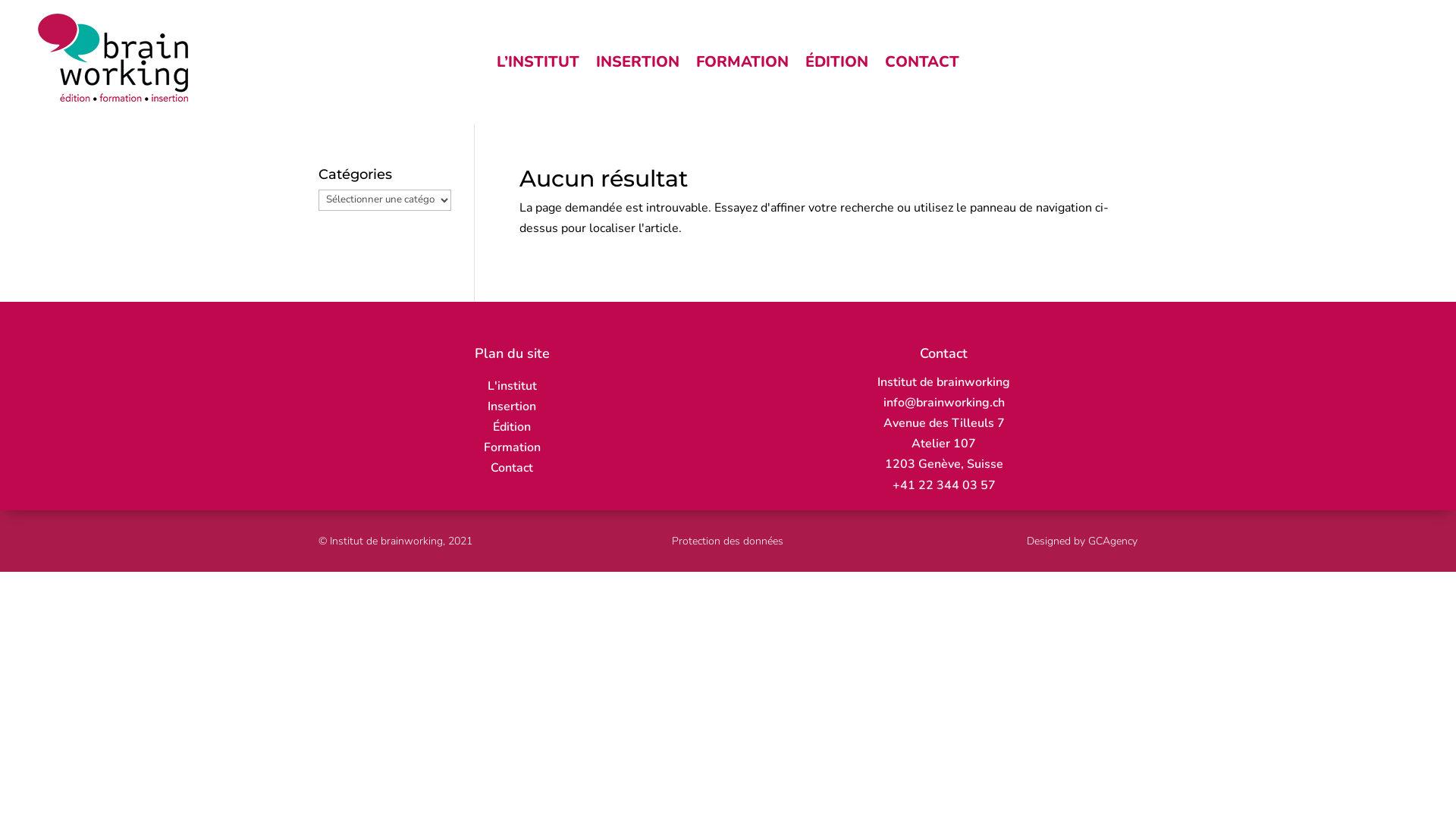  I want to click on 'Formation', so click(512, 447).